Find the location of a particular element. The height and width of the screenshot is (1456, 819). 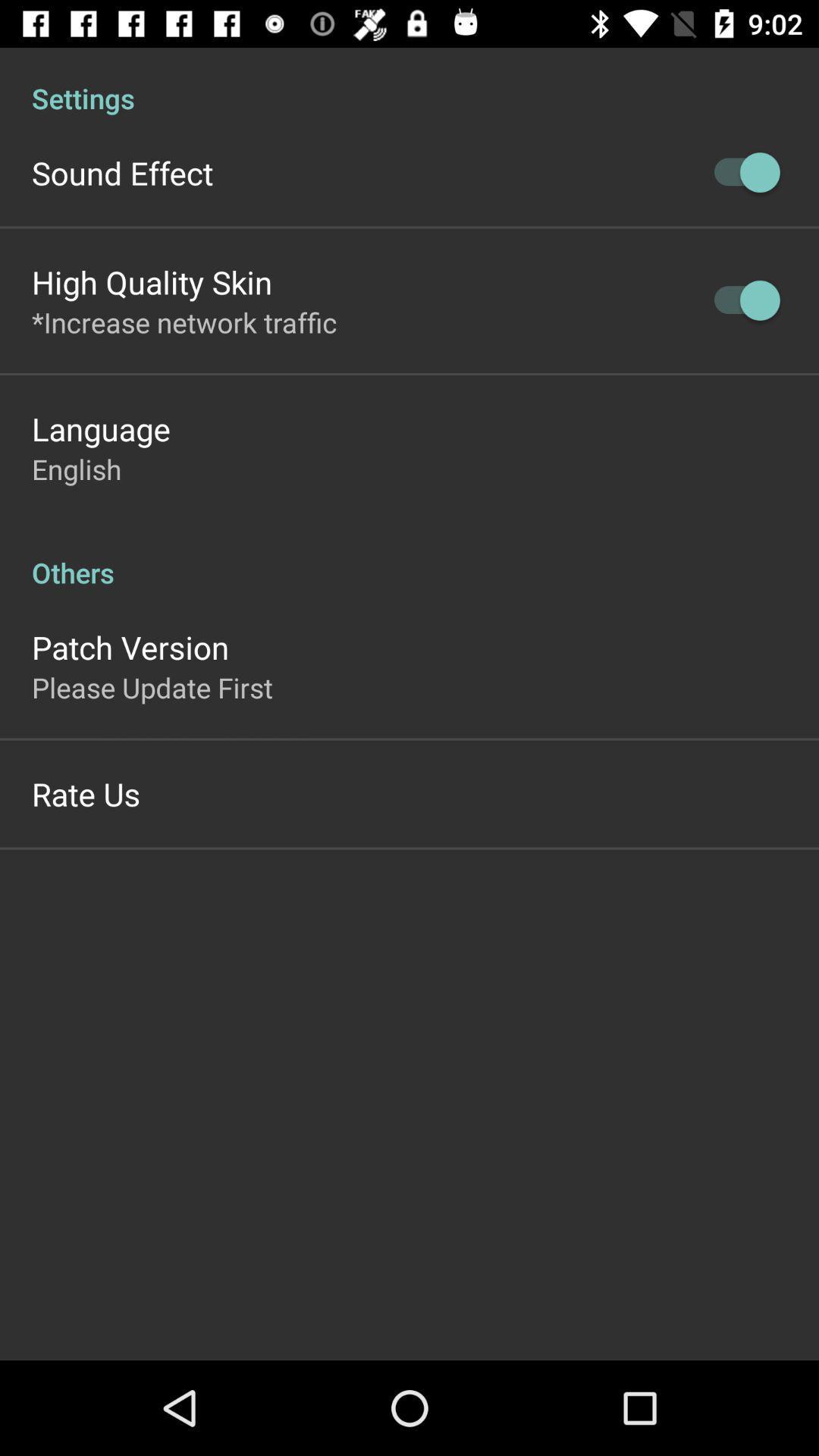

the patch version is located at coordinates (130, 647).